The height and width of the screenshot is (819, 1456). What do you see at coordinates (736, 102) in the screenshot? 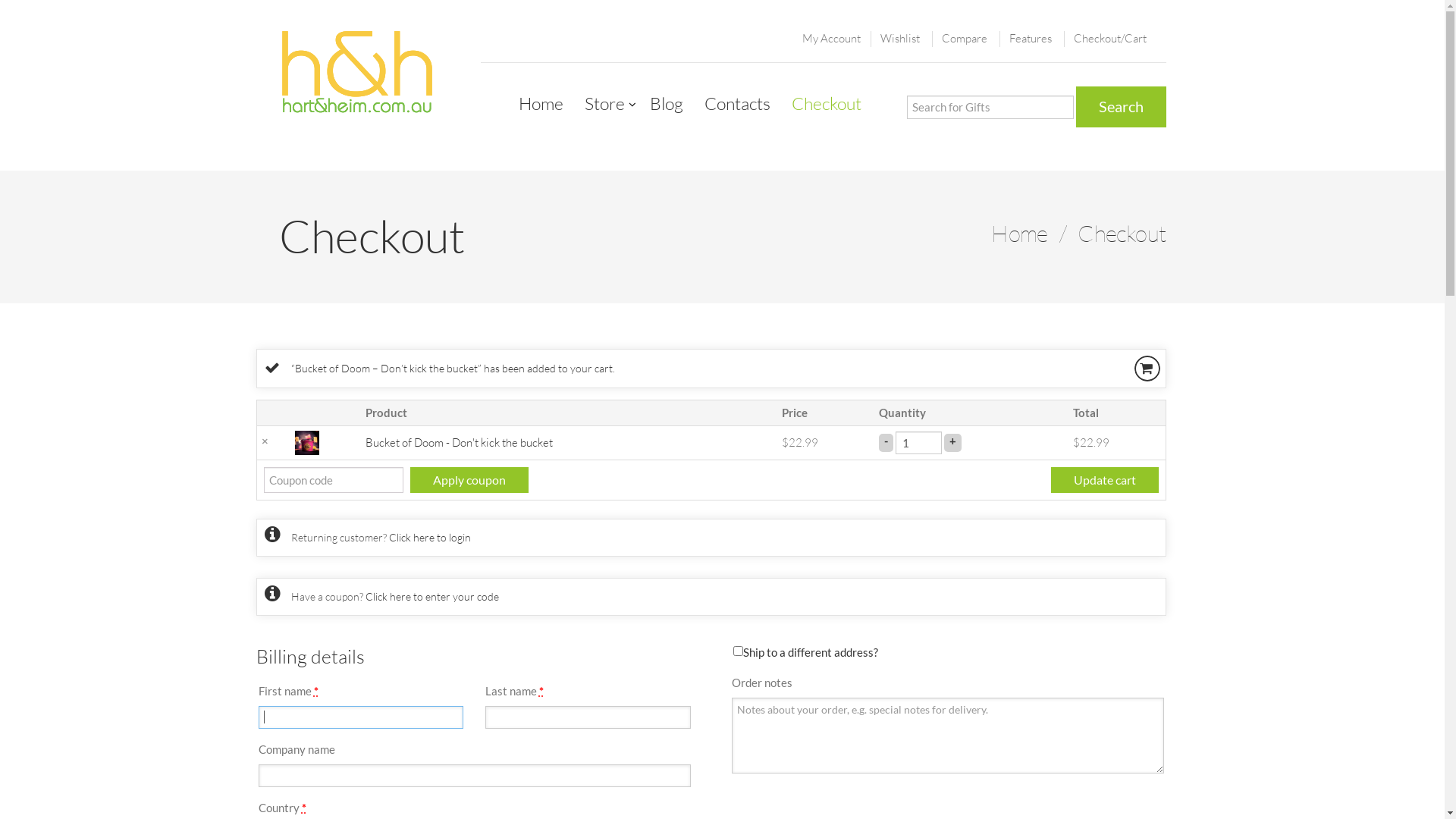
I see `'Contacts'` at bounding box center [736, 102].